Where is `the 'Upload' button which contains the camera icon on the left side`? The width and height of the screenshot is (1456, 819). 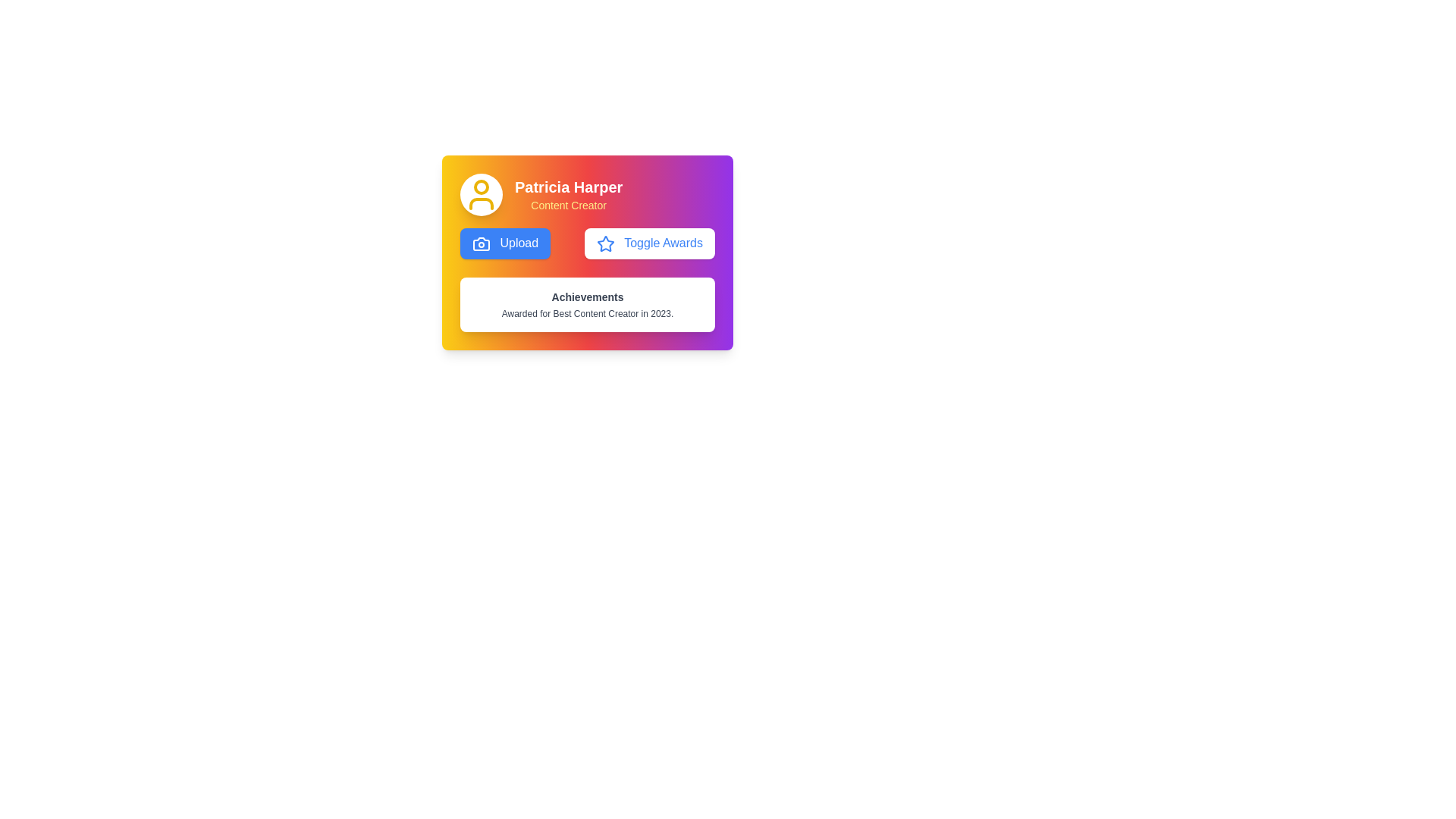 the 'Upload' button which contains the camera icon on the left side is located at coordinates (480, 242).